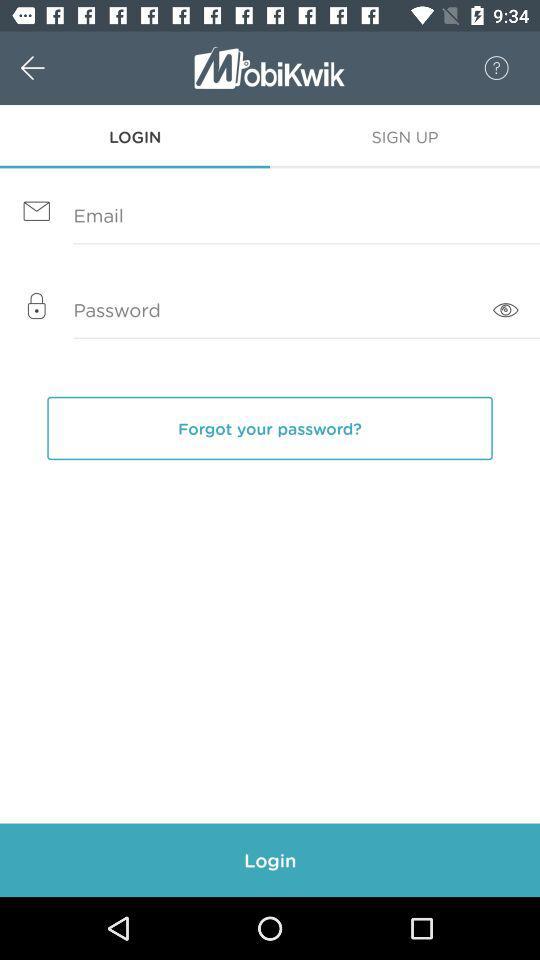 The height and width of the screenshot is (960, 540). What do you see at coordinates (504, 310) in the screenshot?
I see `the item to the right of y item` at bounding box center [504, 310].